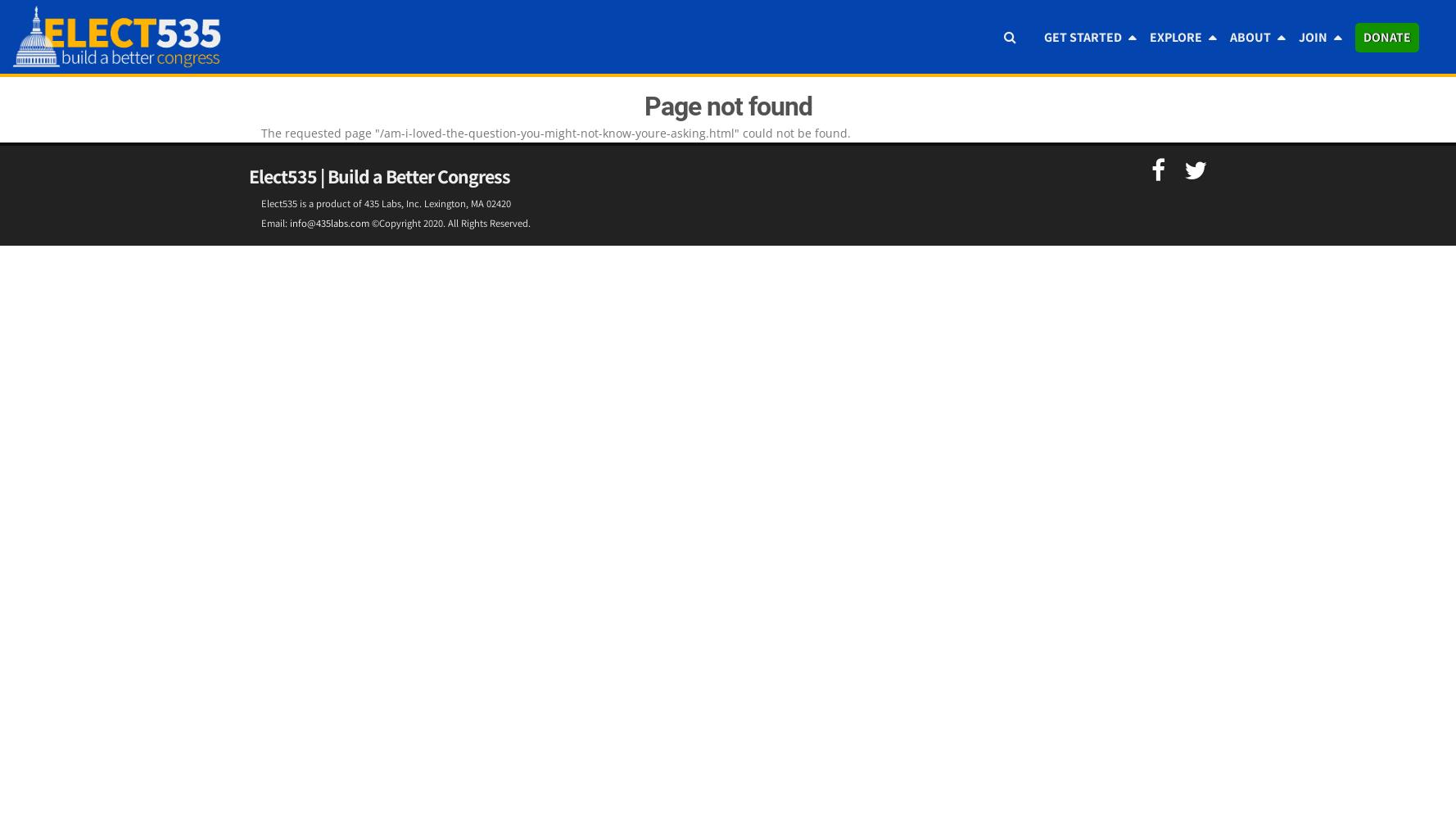 This screenshot has width=1456, height=819. What do you see at coordinates (450, 223) in the screenshot?
I see `'©Copyright 2020. All Rights Reserved.'` at bounding box center [450, 223].